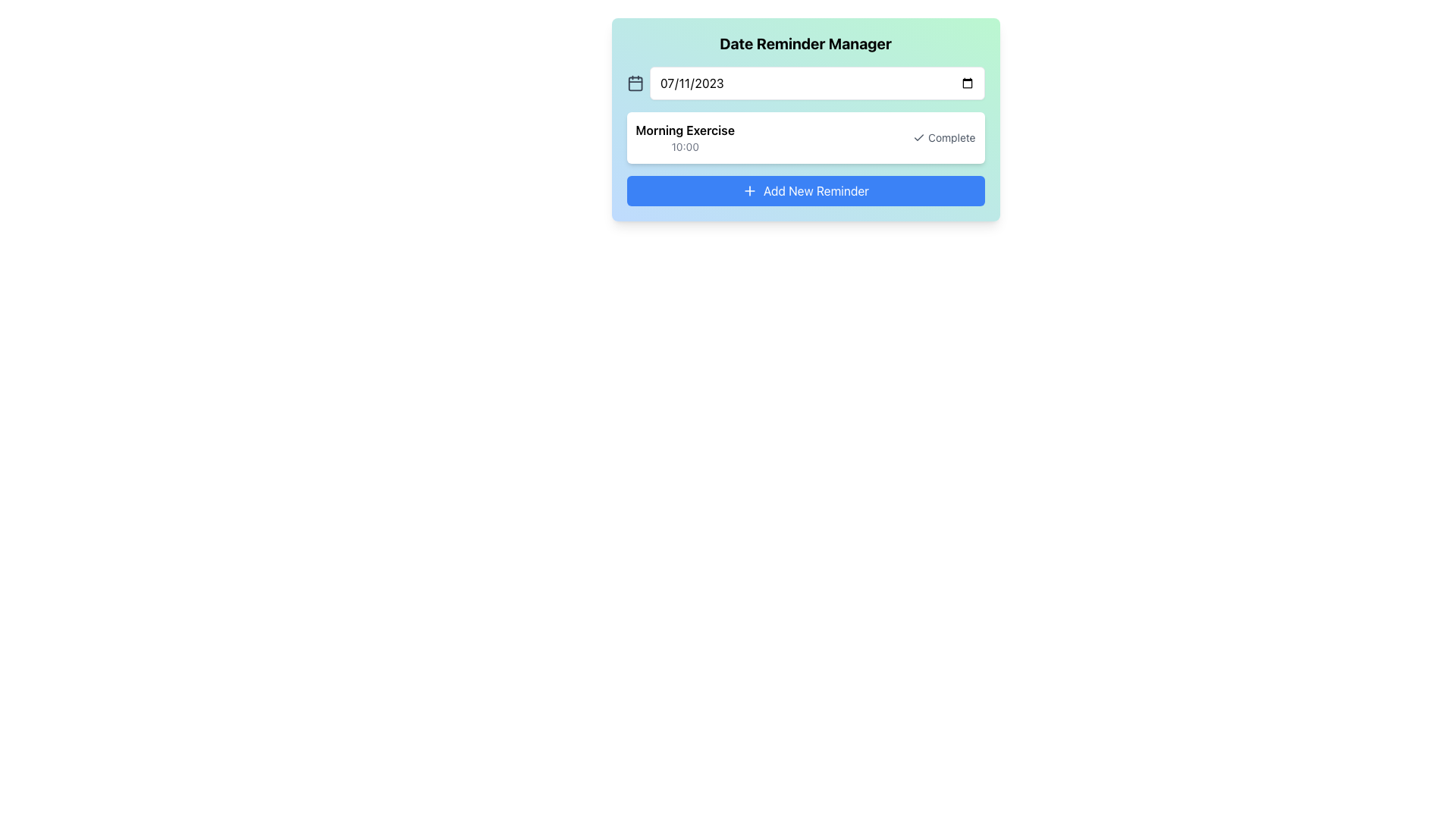 The width and height of the screenshot is (1456, 819). Describe the element at coordinates (749, 190) in the screenshot. I see `the icon within the 'Add New Reminder' button` at that location.